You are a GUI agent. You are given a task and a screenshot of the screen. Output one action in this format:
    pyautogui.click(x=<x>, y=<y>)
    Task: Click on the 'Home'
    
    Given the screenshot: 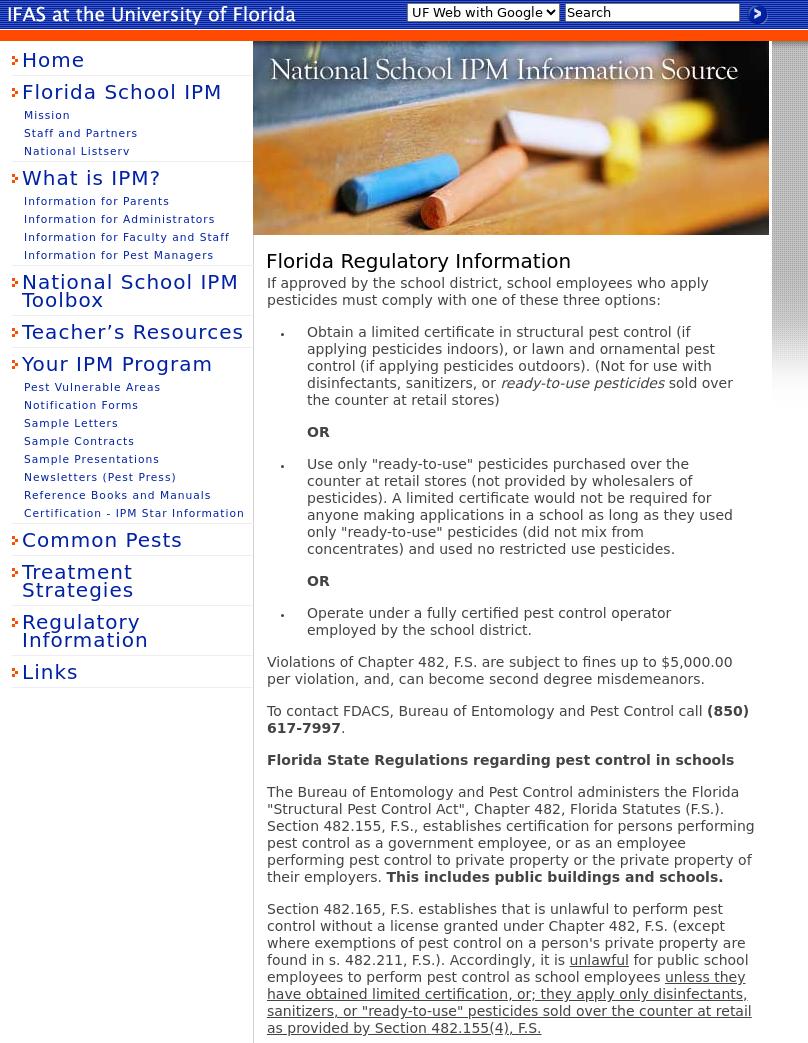 What is the action you would take?
    pyautogui.click(x=21, y=58)
    